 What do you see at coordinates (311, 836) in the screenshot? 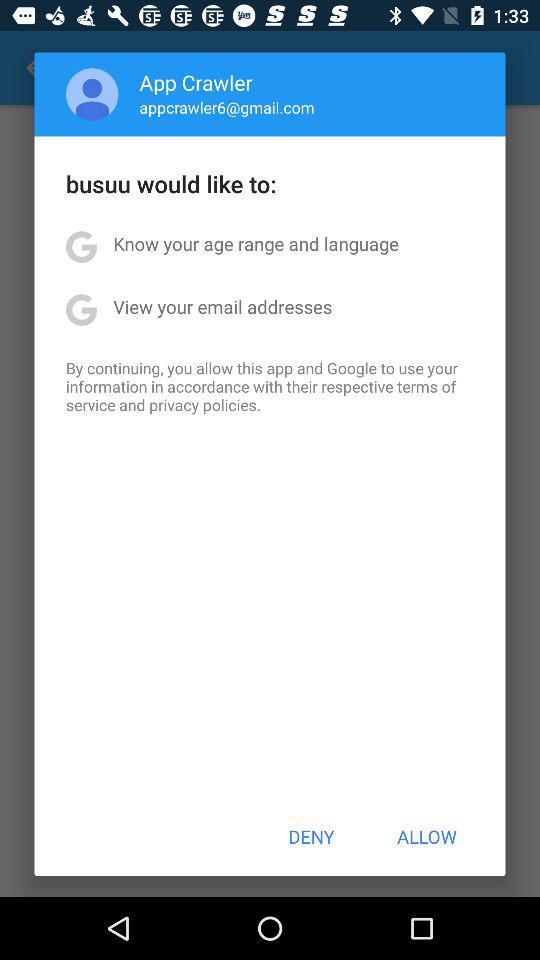
I see `item to the left of the allow button` at bounding box center [311, 836].